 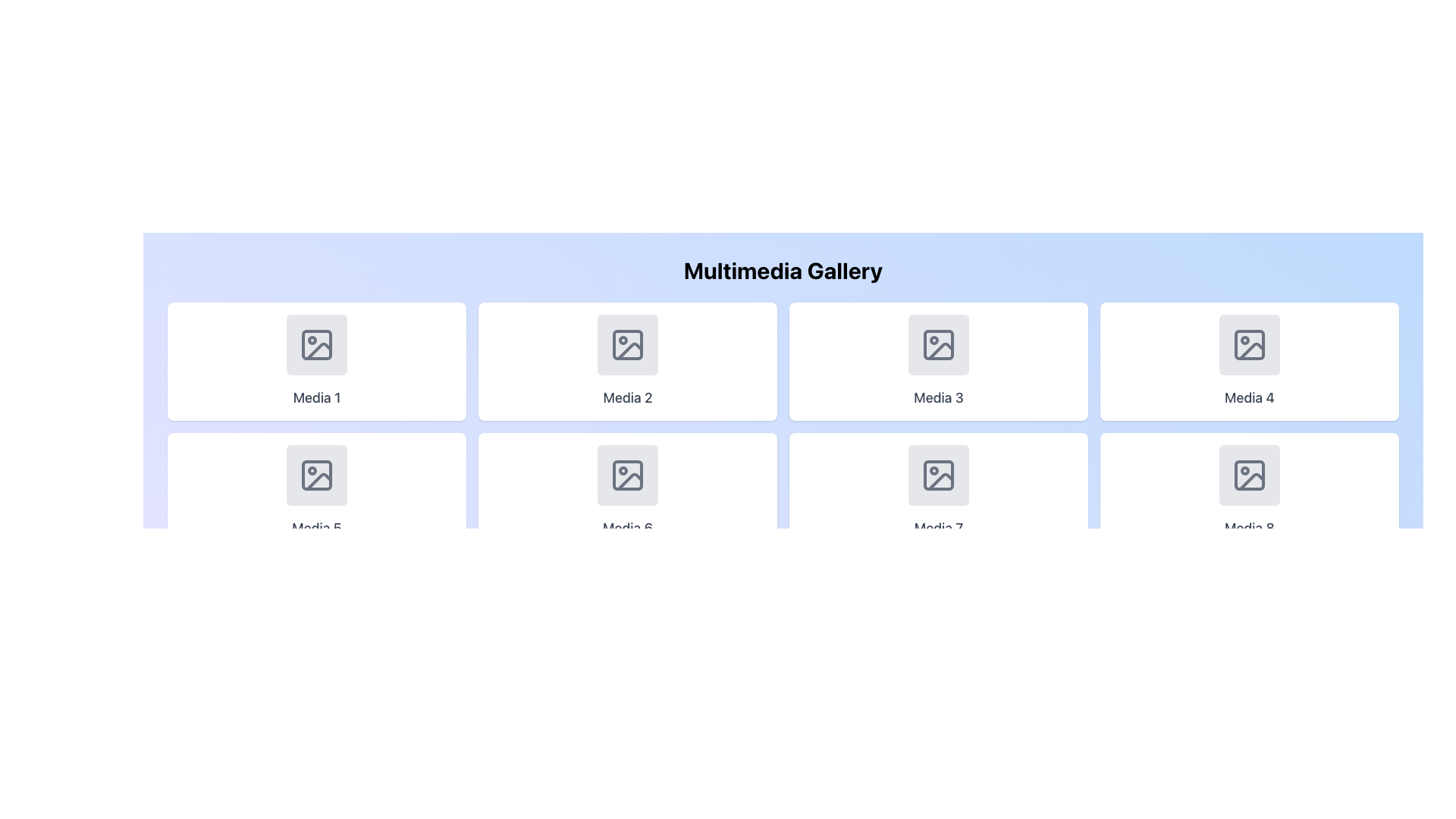 What do you see at coordinates (938, 345) in the screenshot?
I see `the SVG icon labeled 'Media 3', which depicts an image symbol with a mountain and sun, styled in gray and located as the third element in a horizontal grid layout in the gallery section` at bounding box center [938, 345].